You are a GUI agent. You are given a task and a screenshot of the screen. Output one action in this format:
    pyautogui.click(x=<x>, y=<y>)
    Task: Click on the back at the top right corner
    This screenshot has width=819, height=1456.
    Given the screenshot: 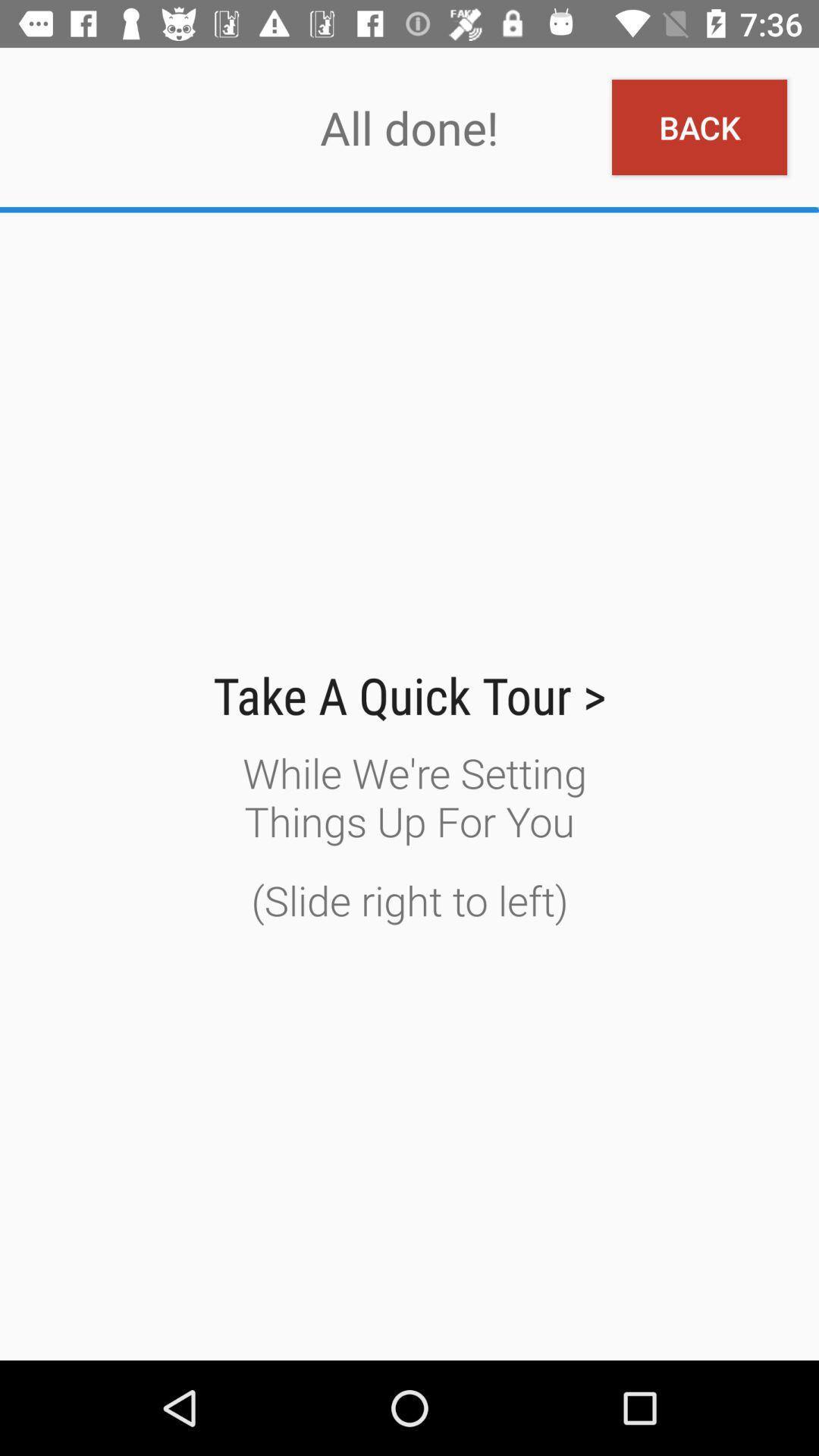 What is the action you would take?
    pyautogui.click(x=699, y=127)
    